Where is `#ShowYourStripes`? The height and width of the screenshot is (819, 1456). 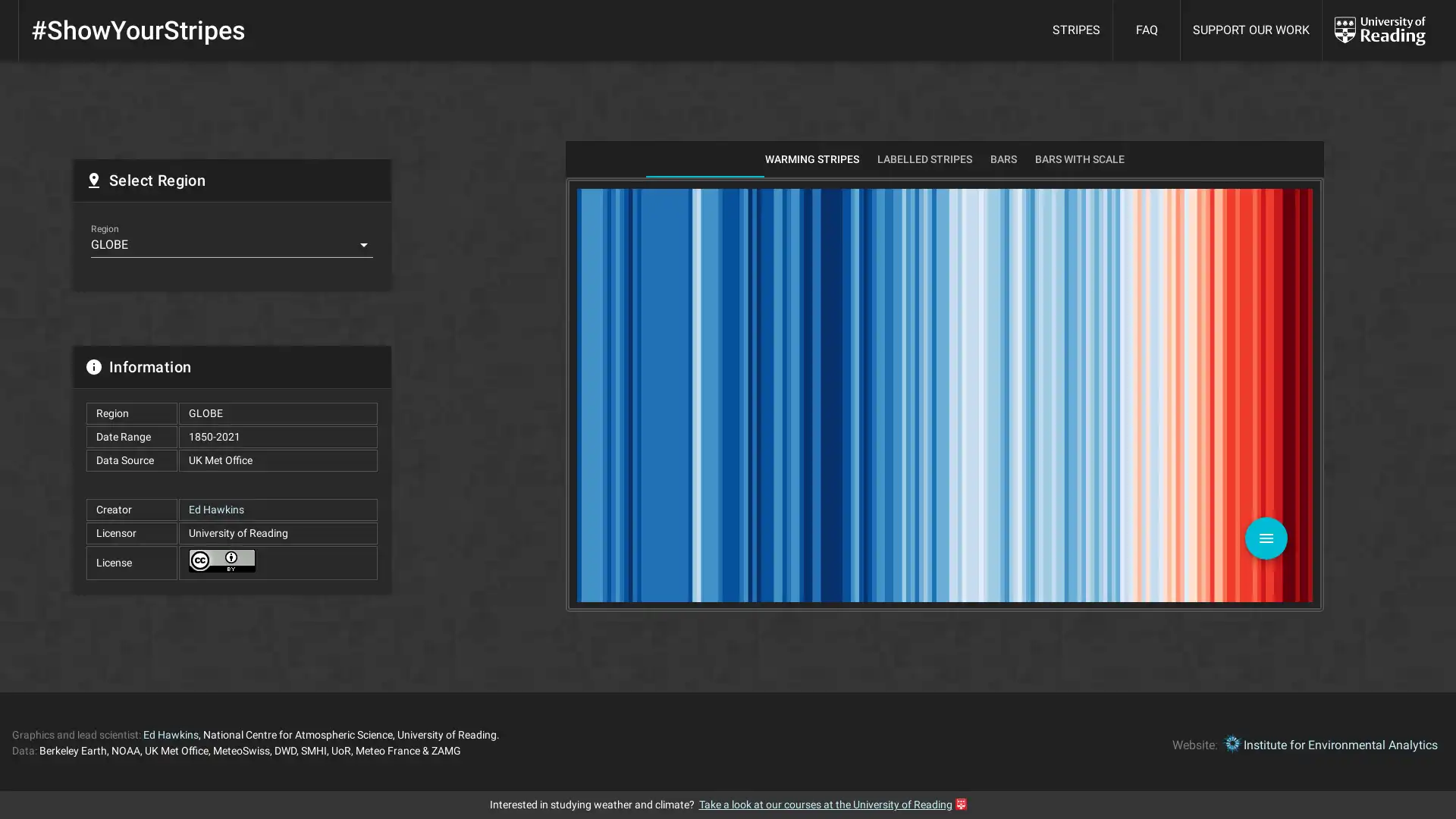
#ShowYourStripes is located at coordinates (138, 30).